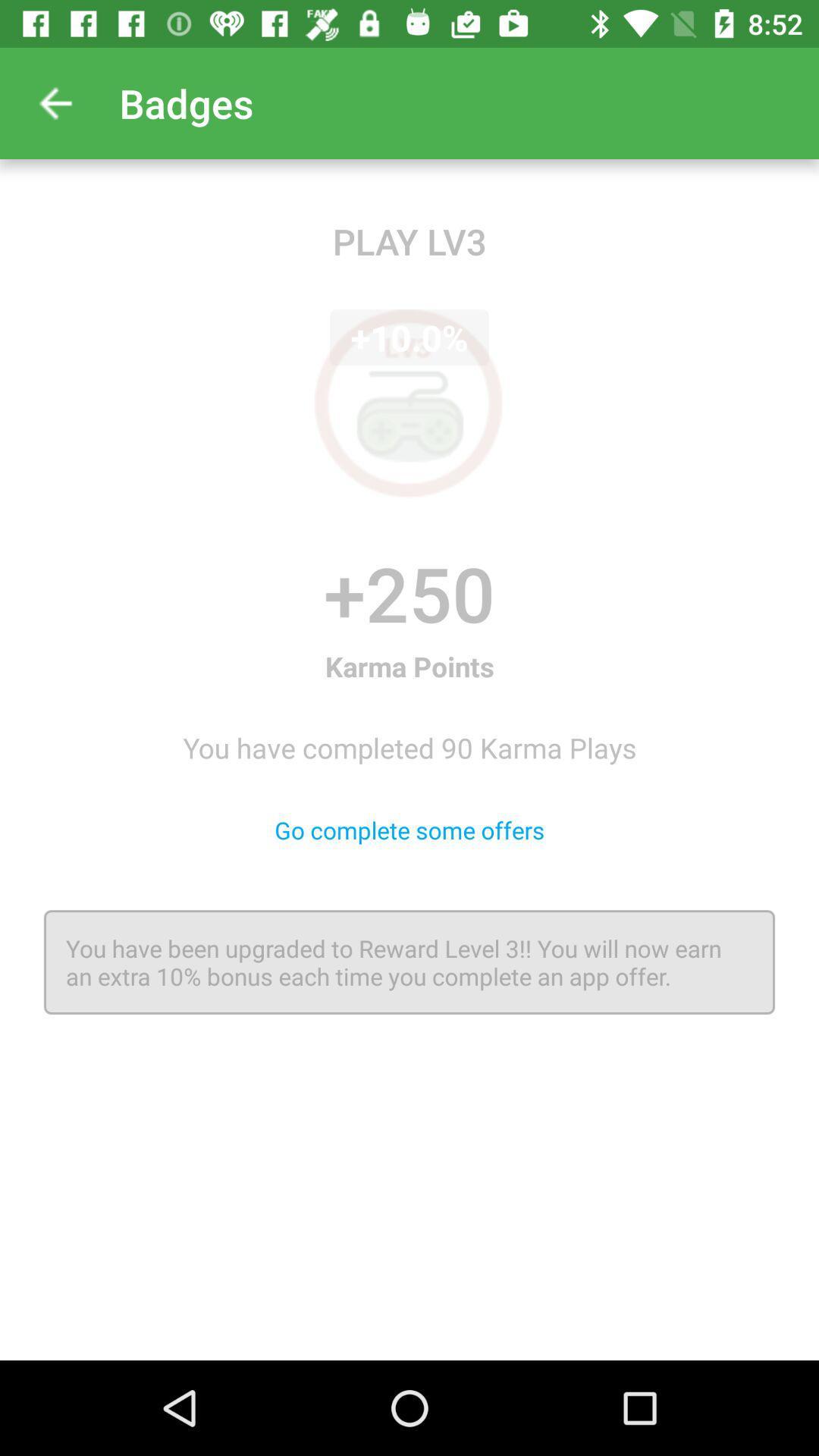  What do you see at coordinates (409, 829) in the screenshot?
I see `item above the you have been` at bounding box center [409, 829].